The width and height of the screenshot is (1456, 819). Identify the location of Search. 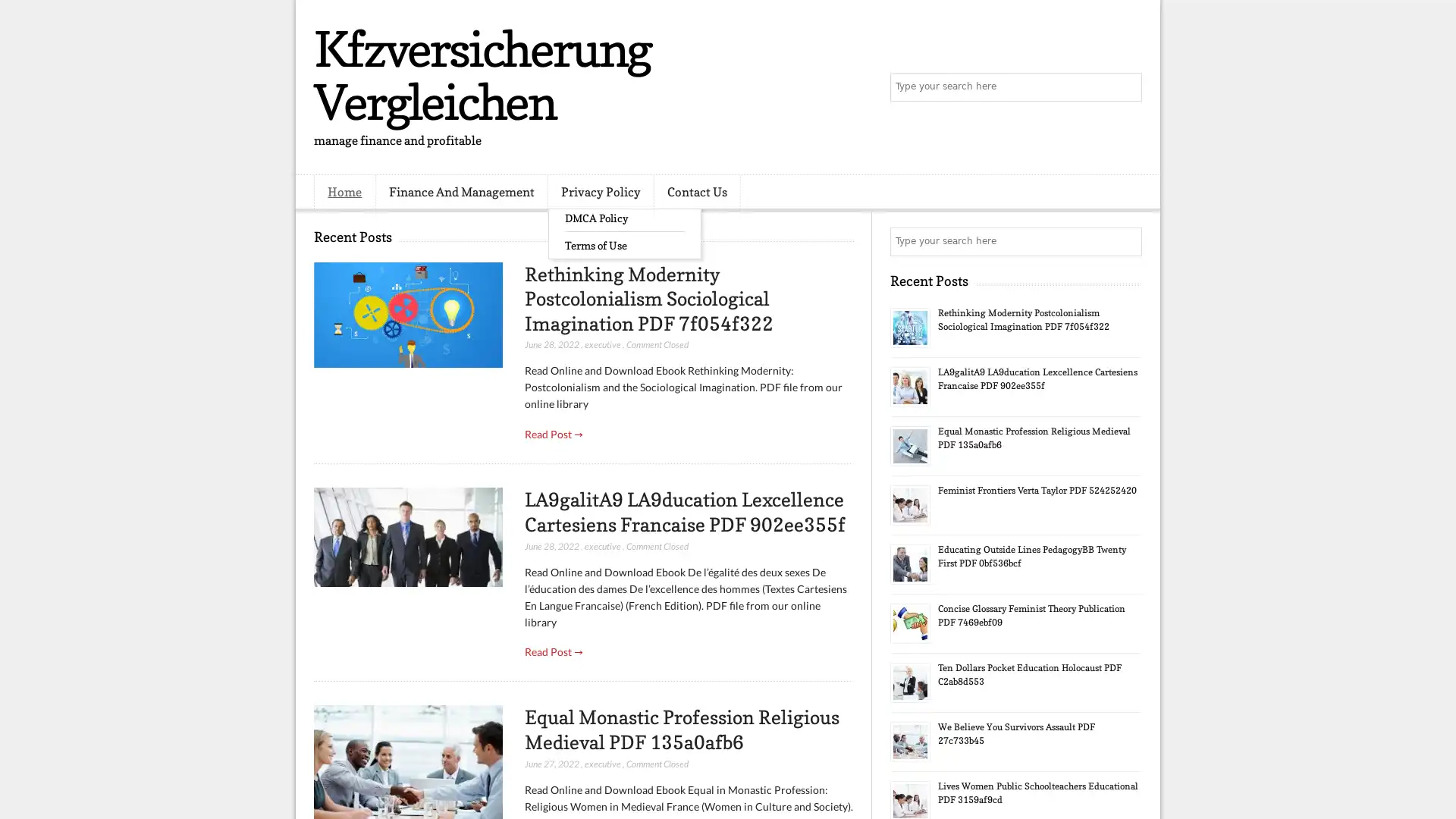
(1126, 241).